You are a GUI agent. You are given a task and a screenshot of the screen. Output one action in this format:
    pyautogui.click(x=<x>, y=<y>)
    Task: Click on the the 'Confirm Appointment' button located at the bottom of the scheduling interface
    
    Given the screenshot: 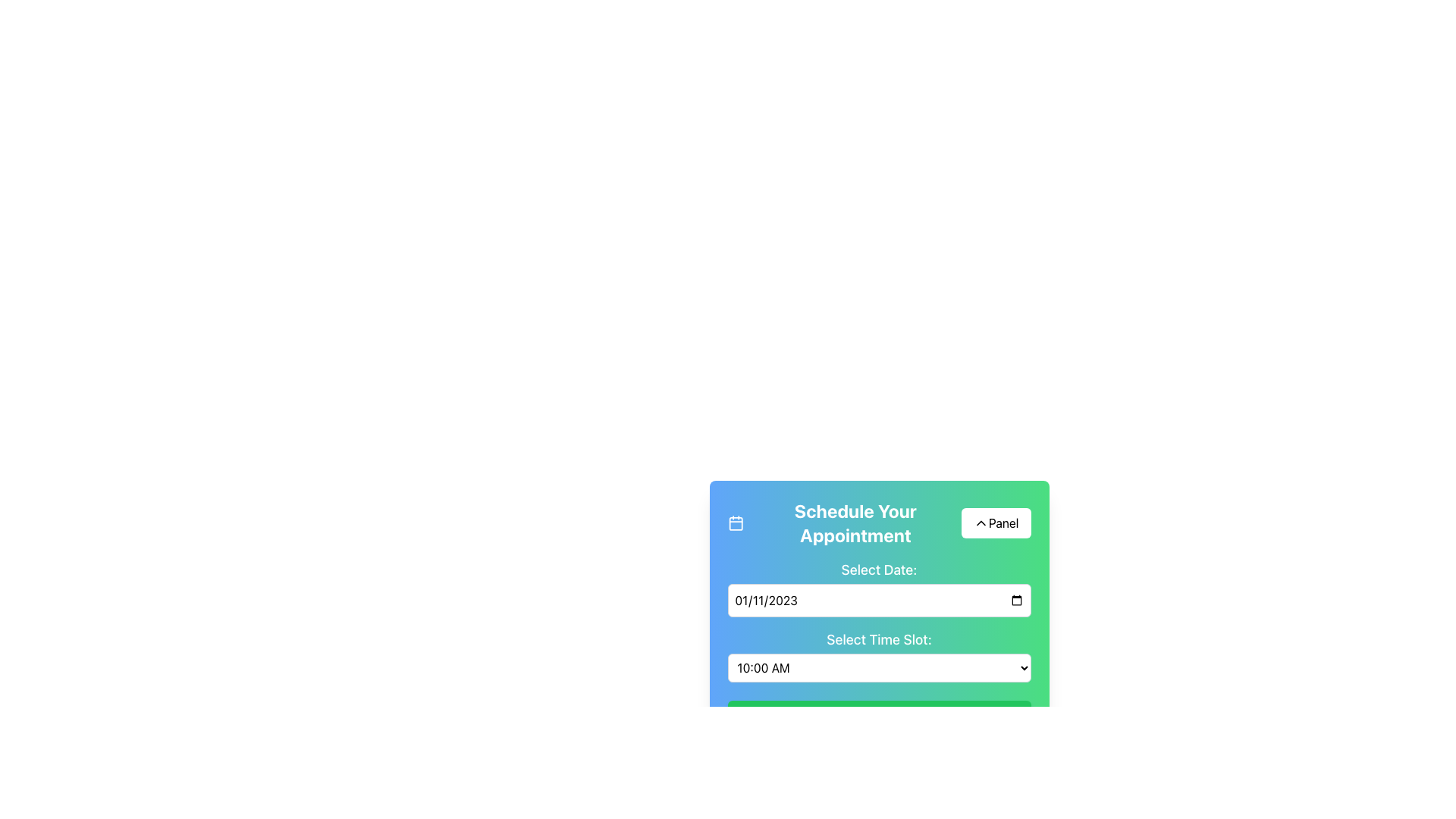 What is the action you would take?
    pyautogui.click(x=879, y=718)
    